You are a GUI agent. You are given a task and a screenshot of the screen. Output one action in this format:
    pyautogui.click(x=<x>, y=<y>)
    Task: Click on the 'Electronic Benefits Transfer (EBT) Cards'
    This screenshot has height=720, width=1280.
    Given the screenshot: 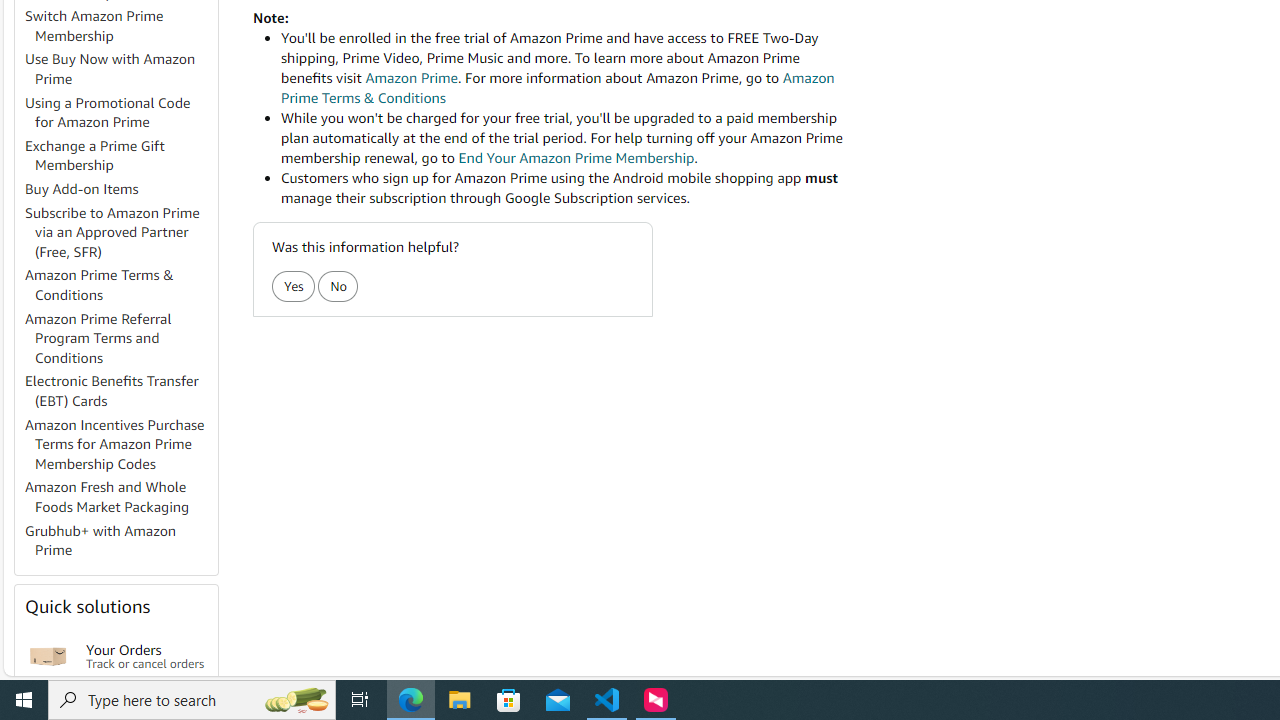 What is the action you would take?
    pyautogui.click(x=119, y=392)
    